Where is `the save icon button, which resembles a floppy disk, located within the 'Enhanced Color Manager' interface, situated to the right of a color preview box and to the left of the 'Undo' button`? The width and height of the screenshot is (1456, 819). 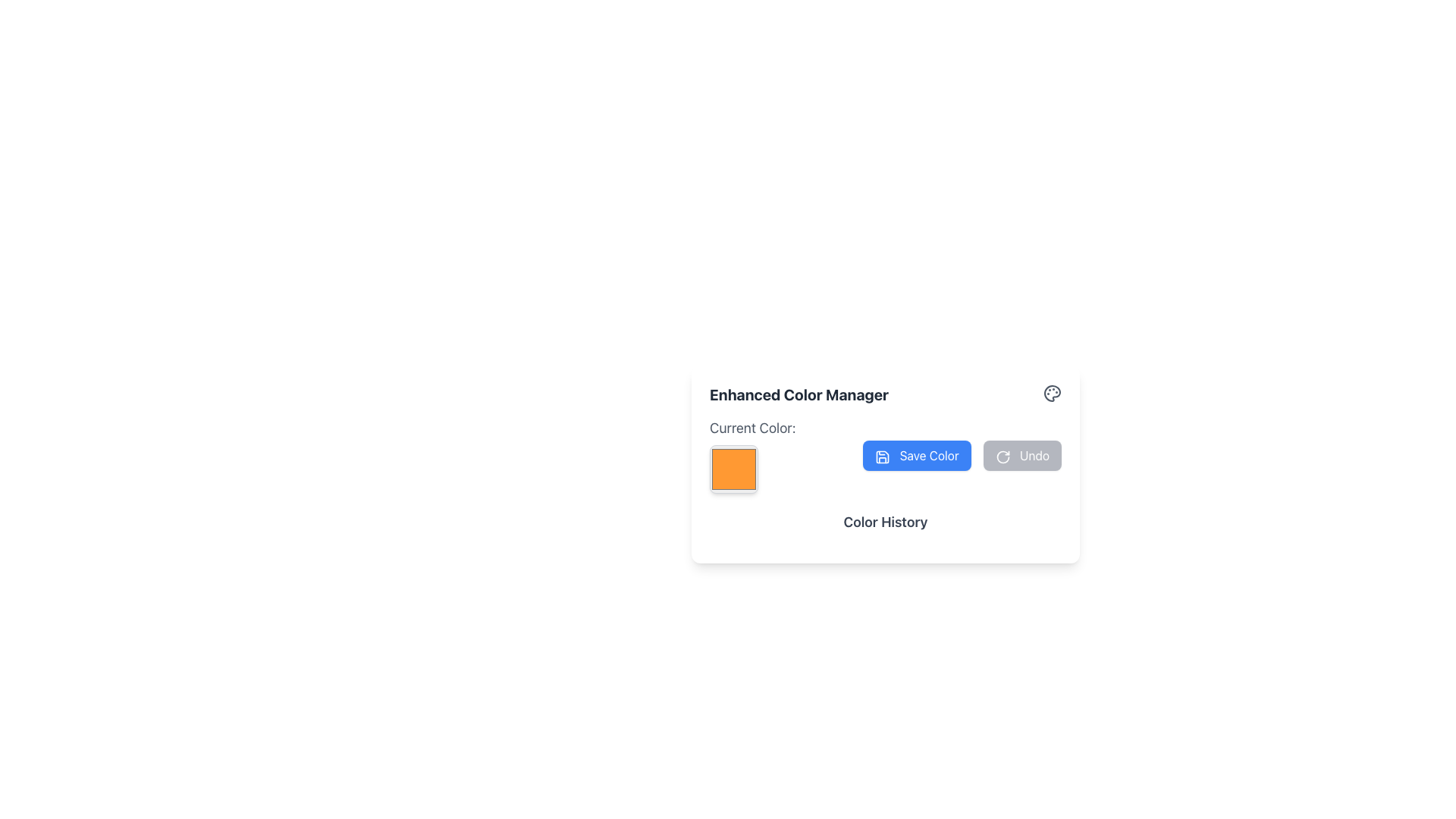
the save icon button, which resembles a floppy disk, located within the 'Enhanced Color Manager' interface, situated to the right of a color preview box and to the left of the 'Undo' button is located at coordinates (883, 456).